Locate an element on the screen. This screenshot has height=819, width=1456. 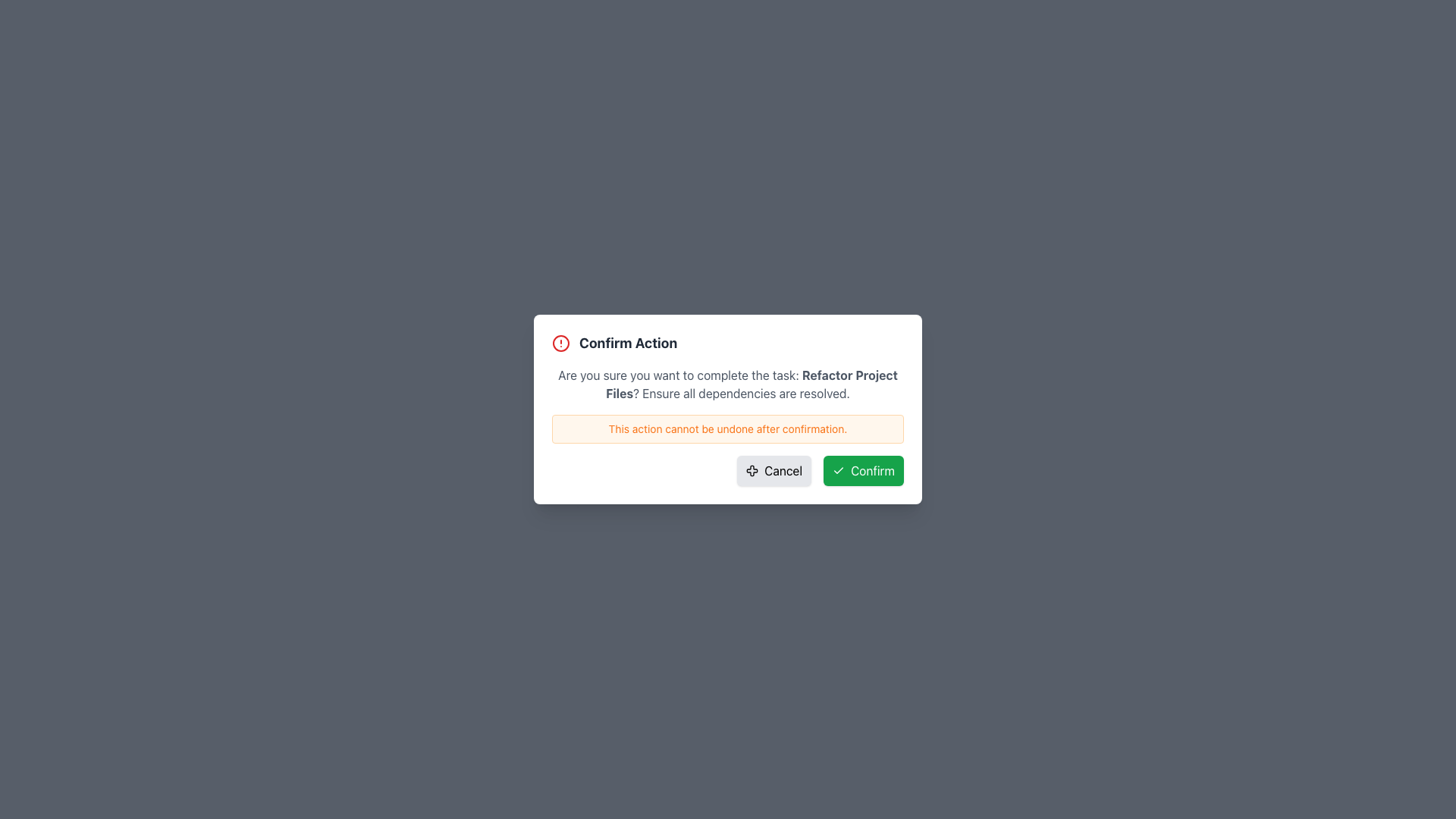
the cancel icon located on the left side of the cancel button in the center of the dialog box, which visually indicates the cancel action is located at coordinates (752, 470).